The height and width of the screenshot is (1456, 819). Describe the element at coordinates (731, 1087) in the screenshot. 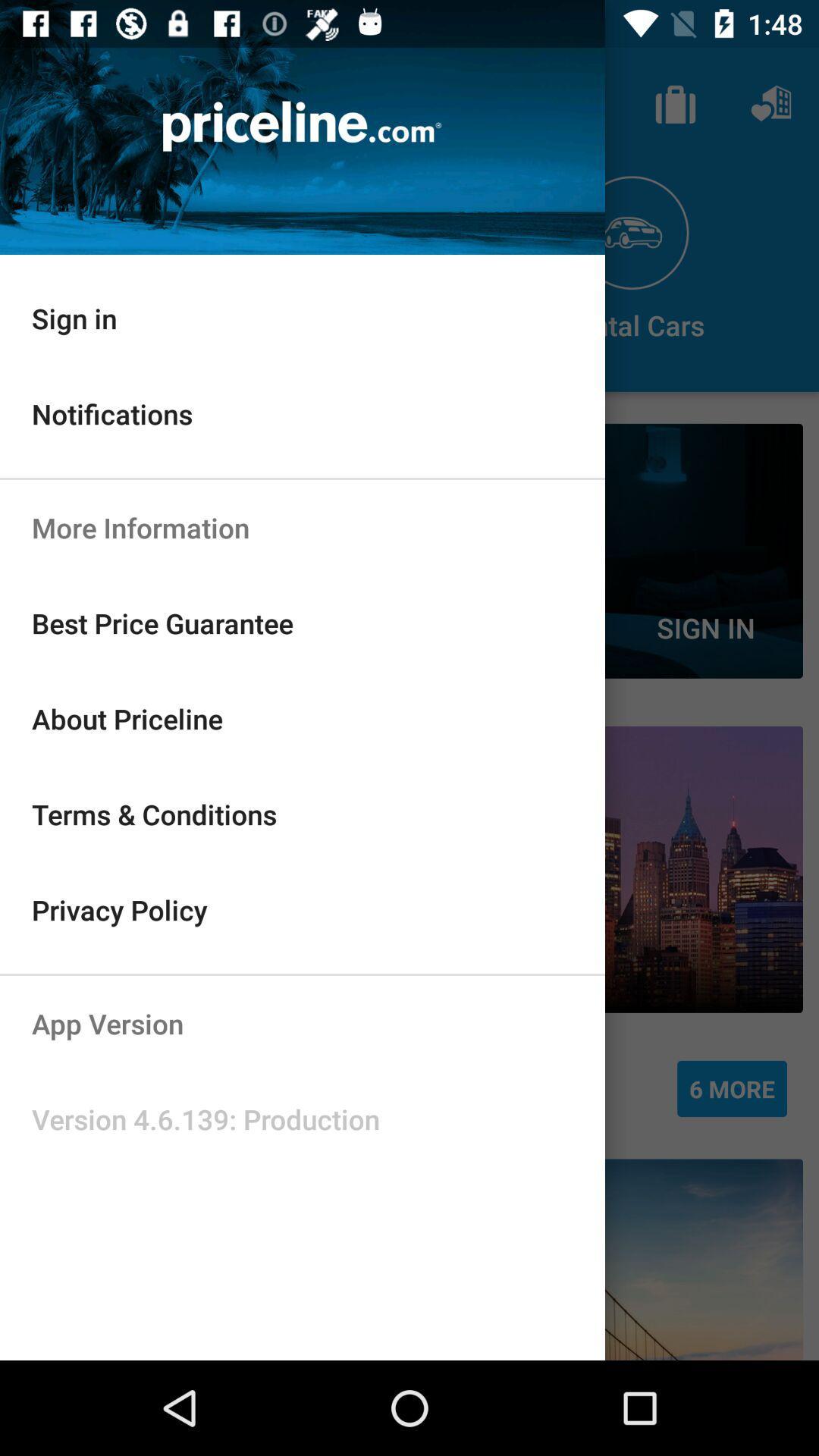

I see `the blue color button at bottom right` at that location.